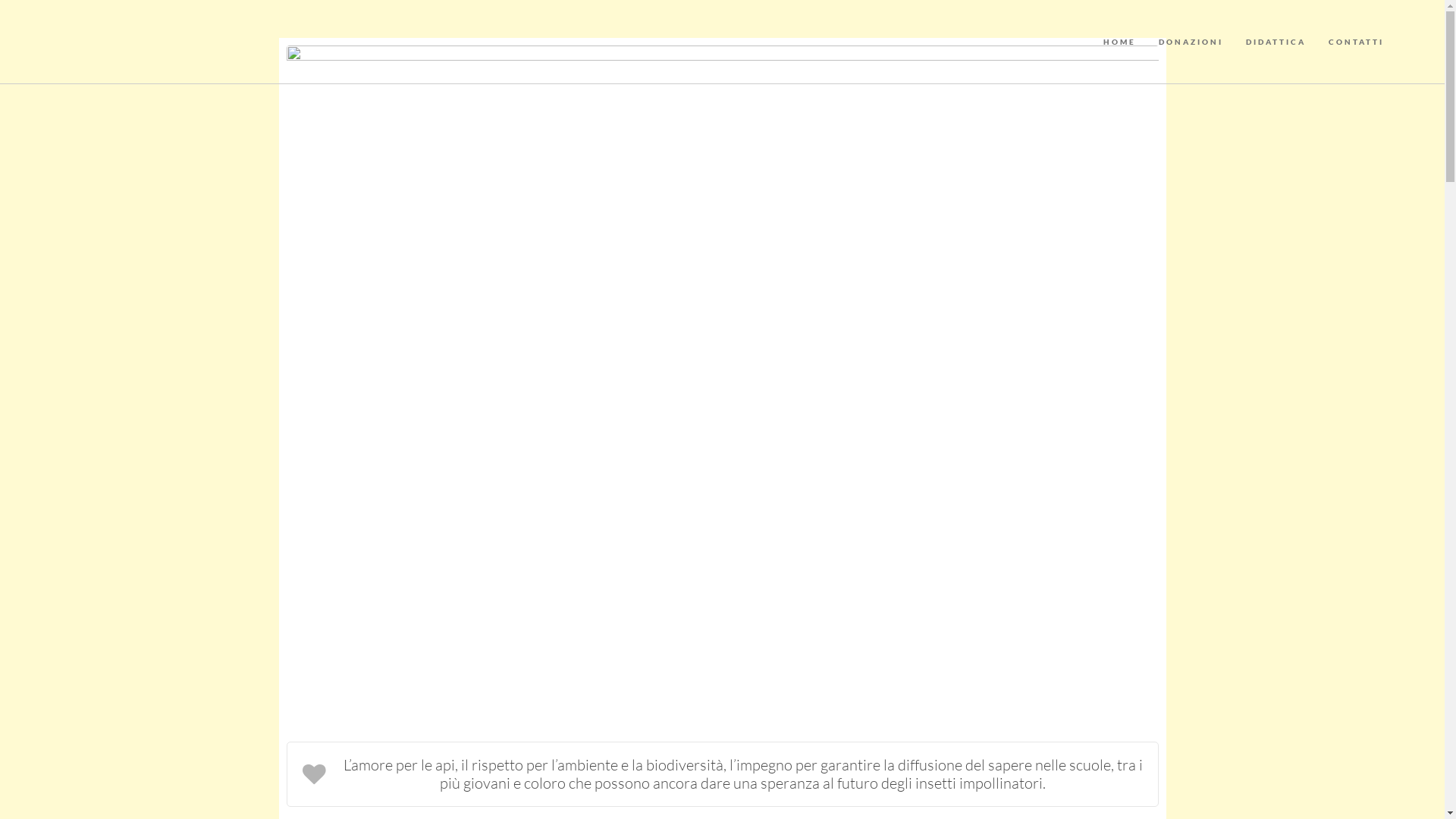 This screenshot has height=819, width=1456. I want to click on 'CONTATTI', so click(1356, 40).